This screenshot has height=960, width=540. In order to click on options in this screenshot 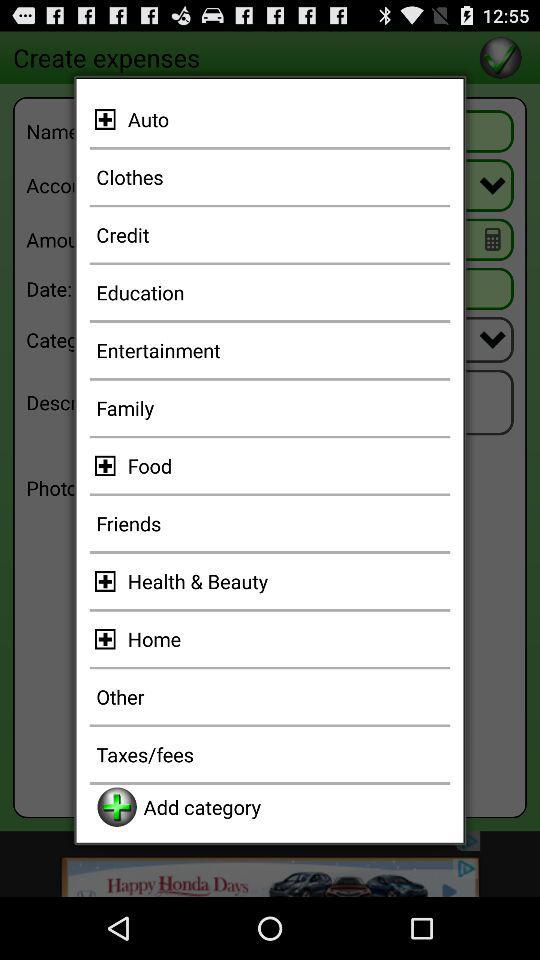, I will do `click(108, 581)`.